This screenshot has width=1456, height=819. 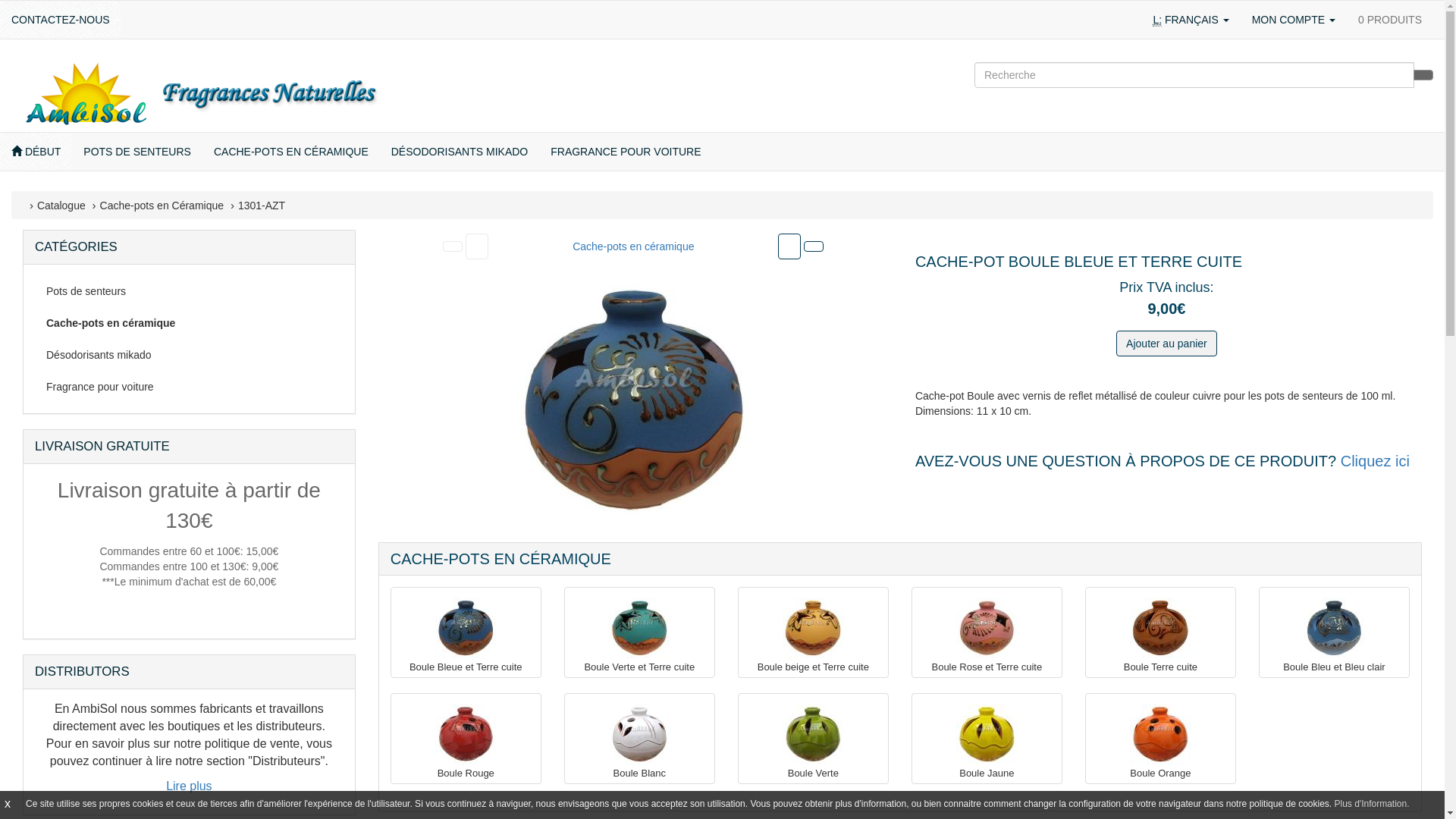 What do you see at coordinates (811, 733) in the screenshot?
I see `'Boule Verte'` at bounding box center [811, 733].